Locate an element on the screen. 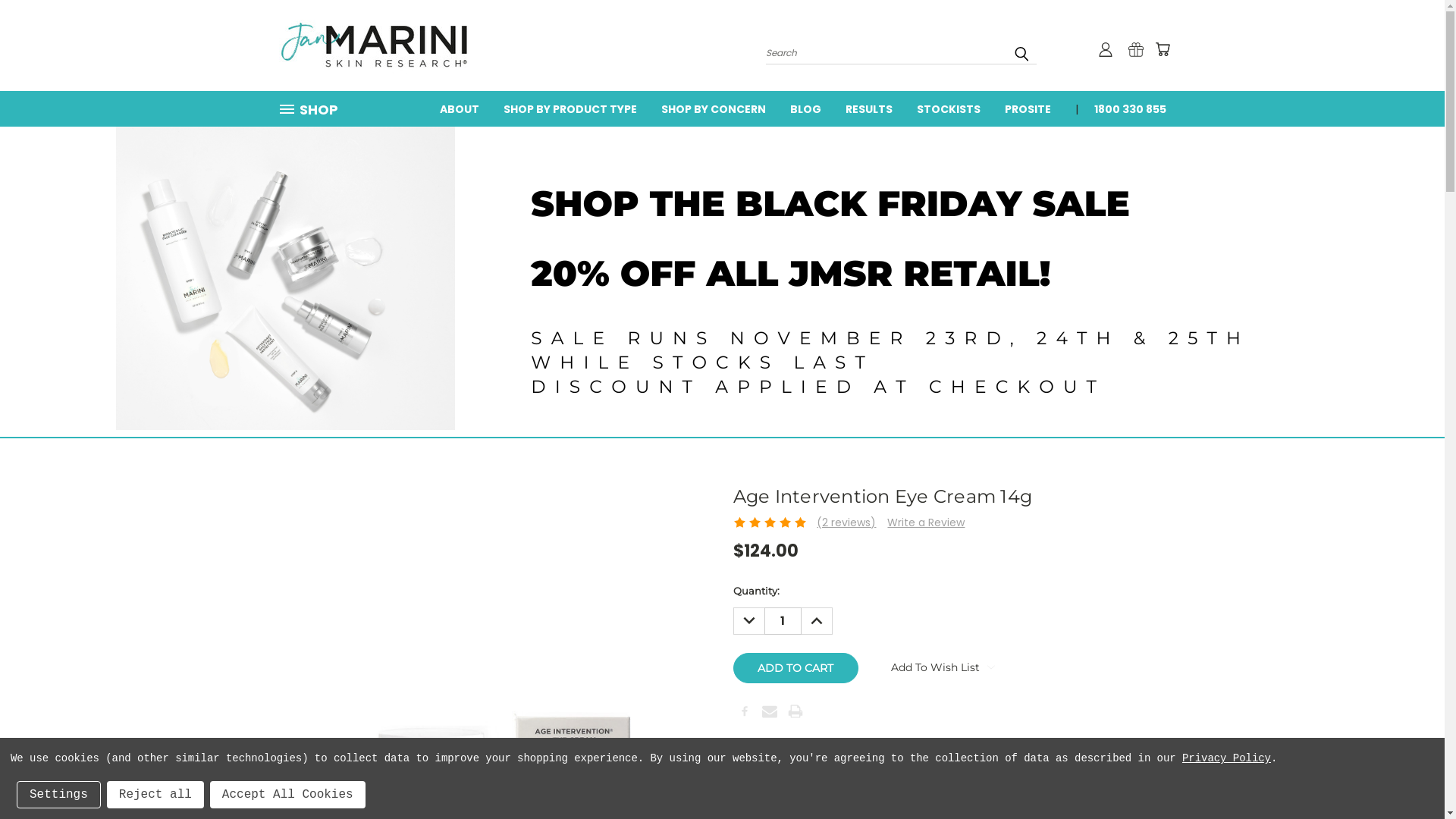 This screenshot has height=819, width=1456. 'Accept All Cookies' is located at coordinates (287, 794).